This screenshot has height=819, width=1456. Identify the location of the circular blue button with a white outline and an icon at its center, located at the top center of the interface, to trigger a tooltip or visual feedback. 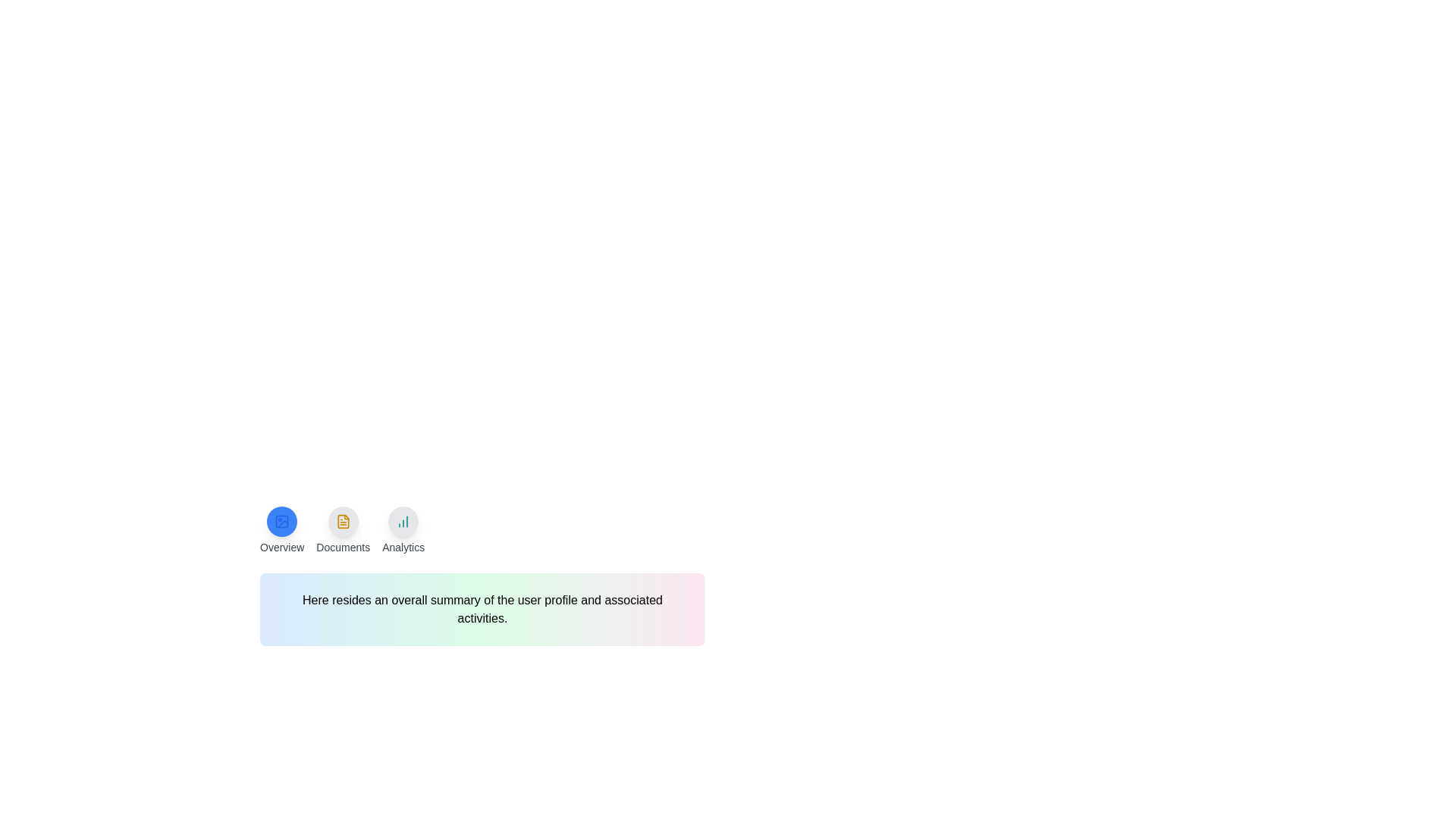
(282, 520).